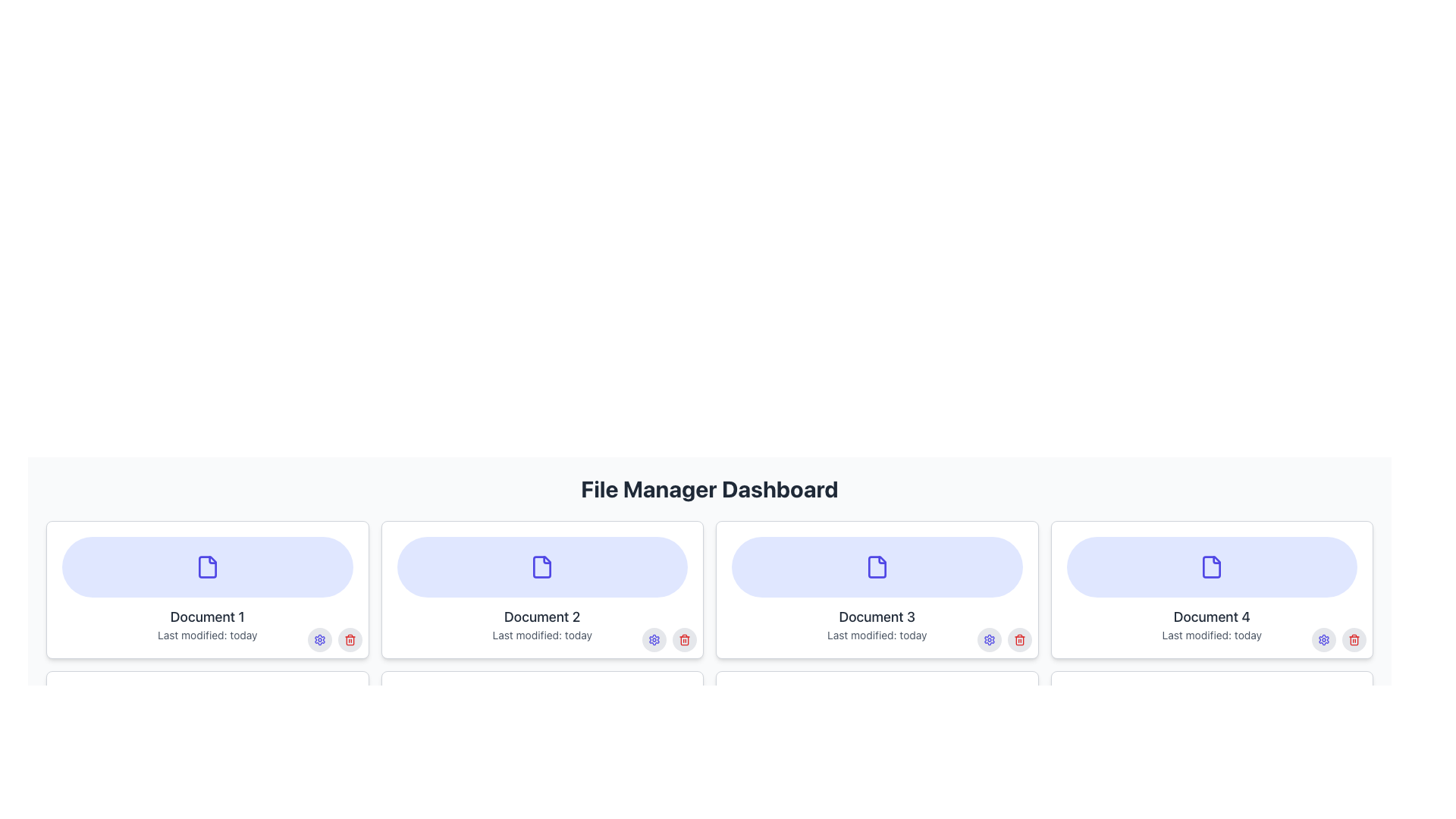 The image size is (1456, 819). What do you see at coordinates (1354, 640) in the screenshot?
I see `the 'delete' button for 'Document 4'` at bounding box center [1354, 640].